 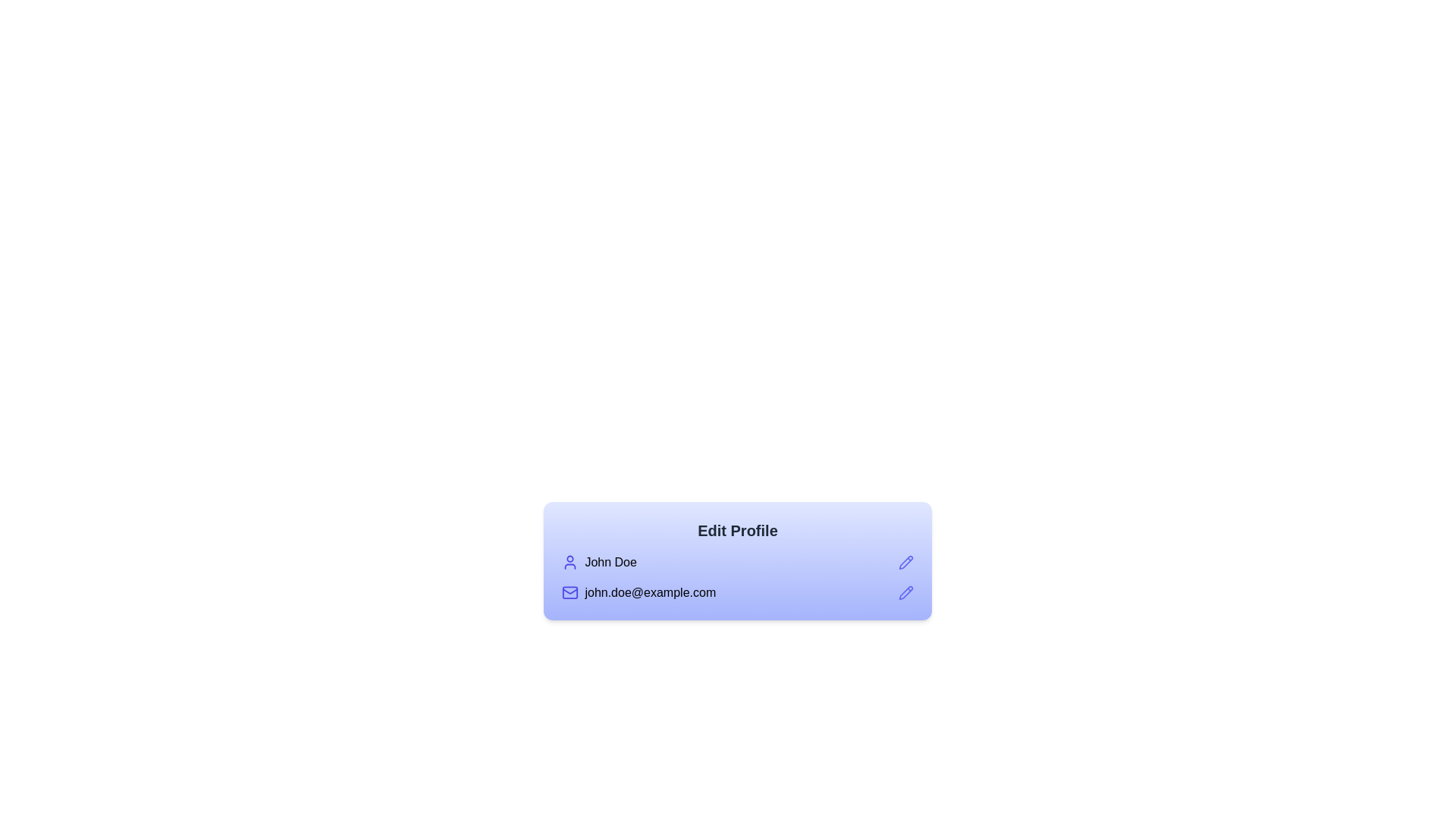 I want to click on the text label containing the email address 'john.doe@example.com', which is styled in a standard sans-serif font and is located beneath the 'John Doe' label and user icon, with a pencil icon adjacent for editing, so click(x=650, y=592).